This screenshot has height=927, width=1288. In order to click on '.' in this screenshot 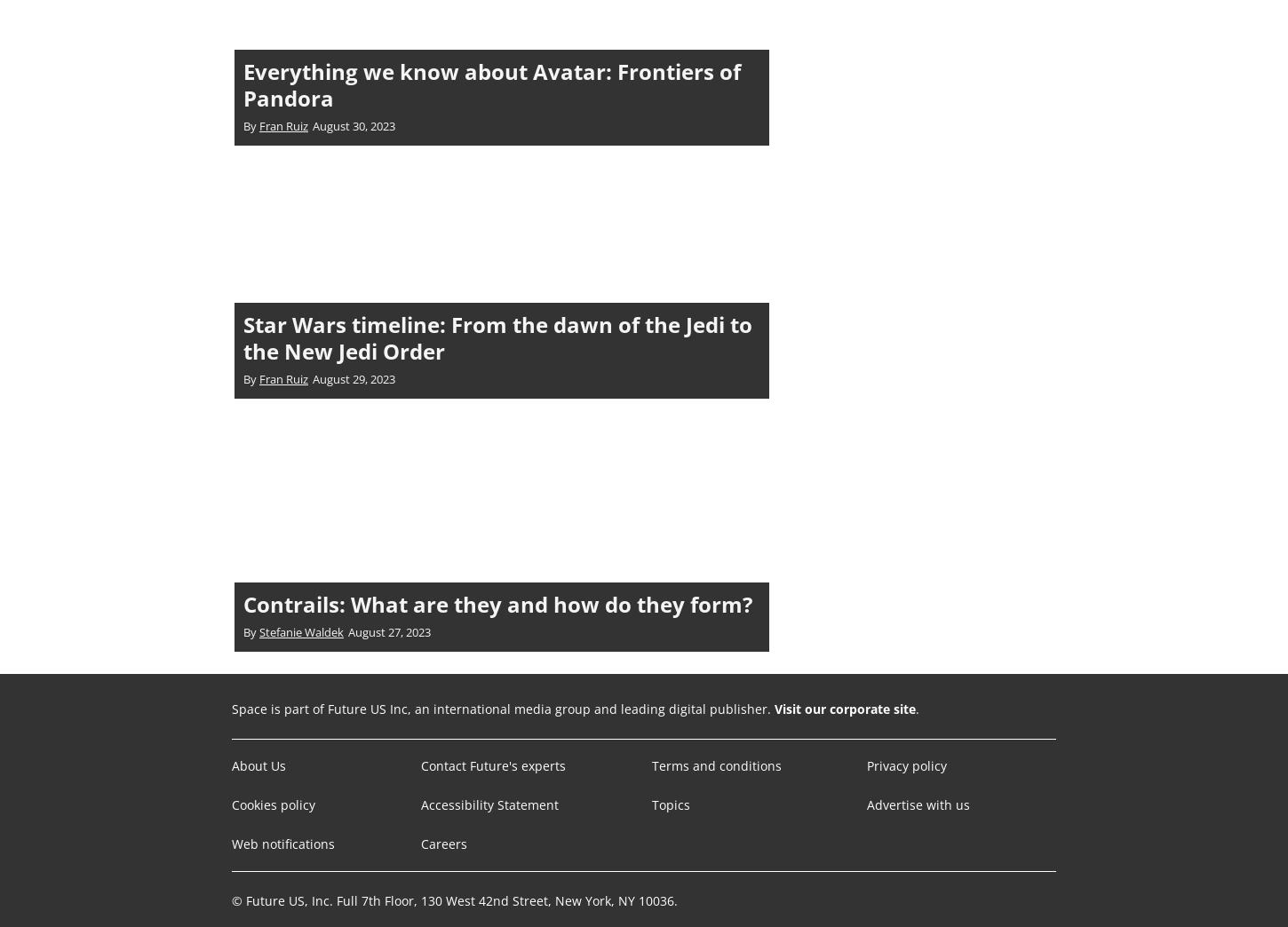, I will do `click(917, 708)`.